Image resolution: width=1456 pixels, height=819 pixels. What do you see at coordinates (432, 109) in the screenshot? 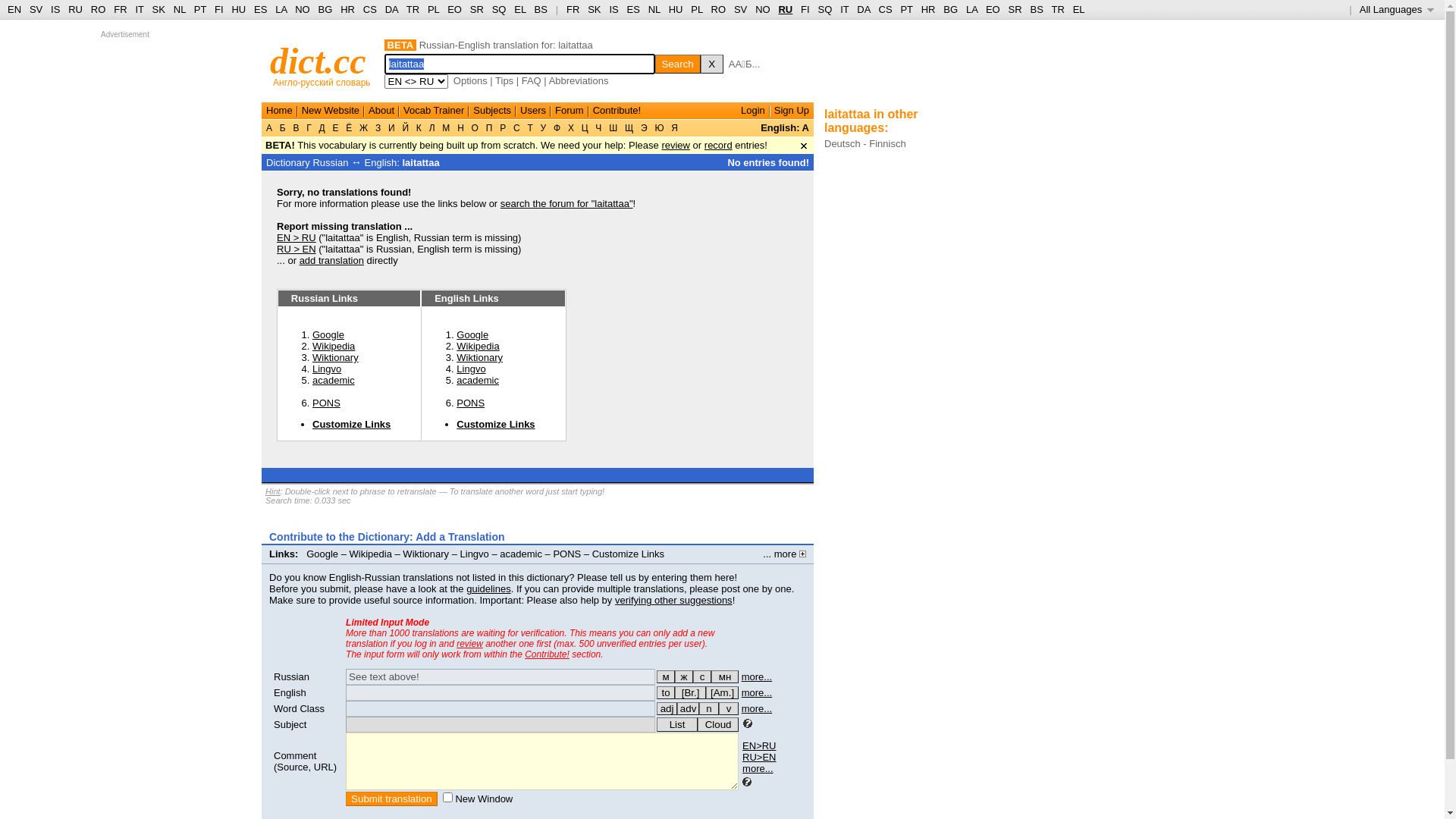
I see `'Vocab Trainer'` at bounding box center [432, 109].